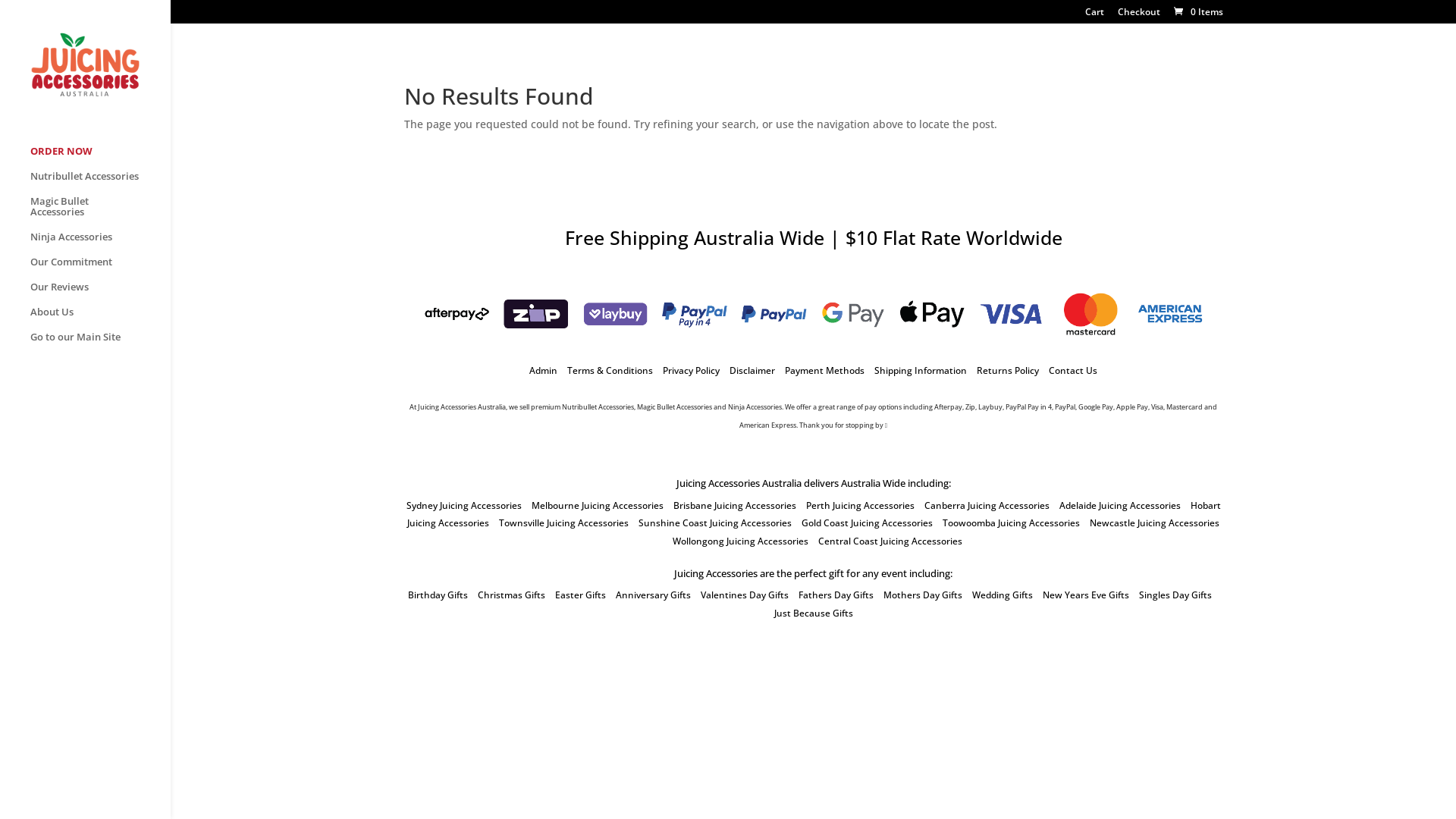  I want to click on 'Magic Bullet Accessories', so click(30, 213).